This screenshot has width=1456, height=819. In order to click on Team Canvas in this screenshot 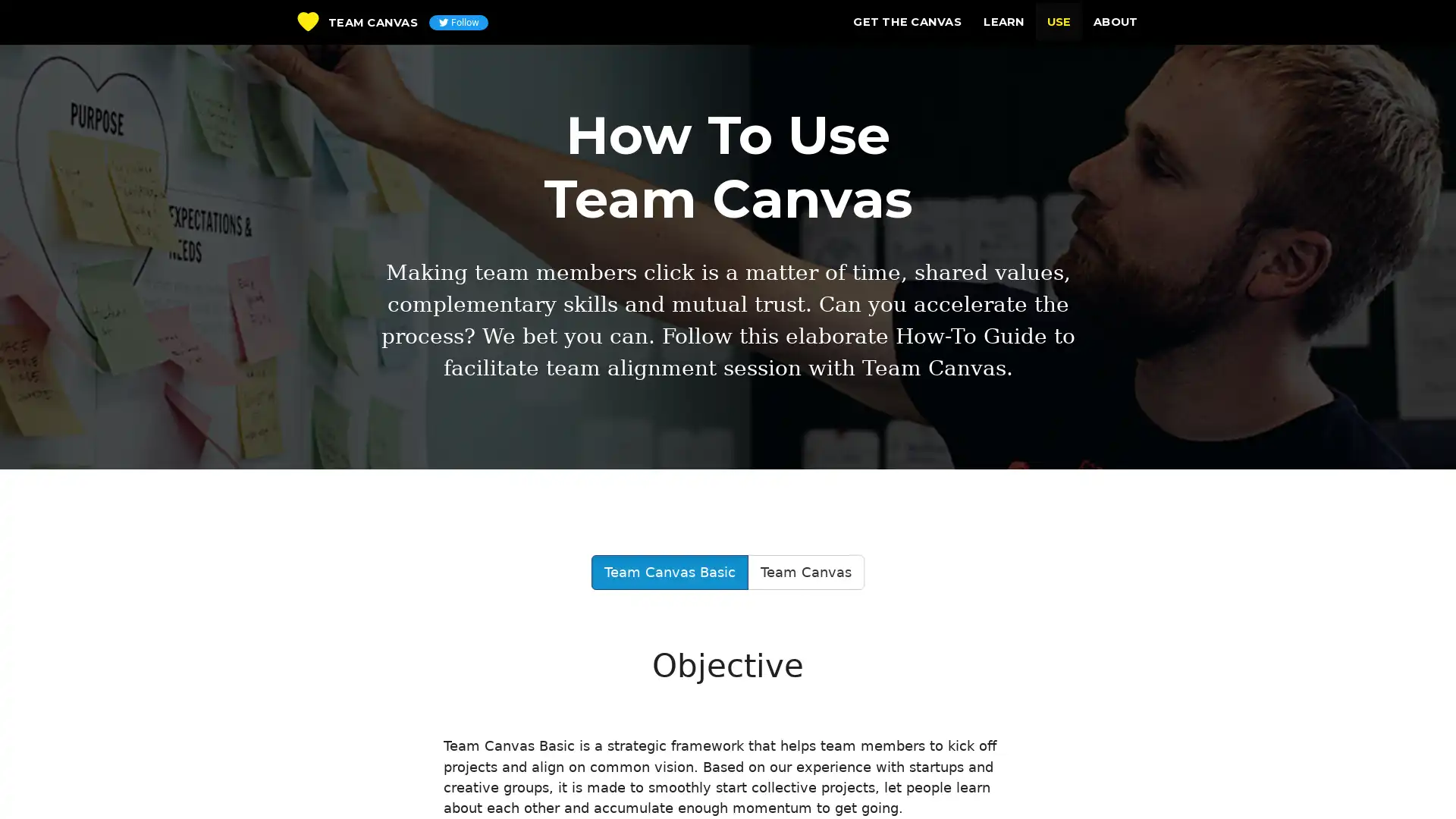, I will do `click(805, 573)`.